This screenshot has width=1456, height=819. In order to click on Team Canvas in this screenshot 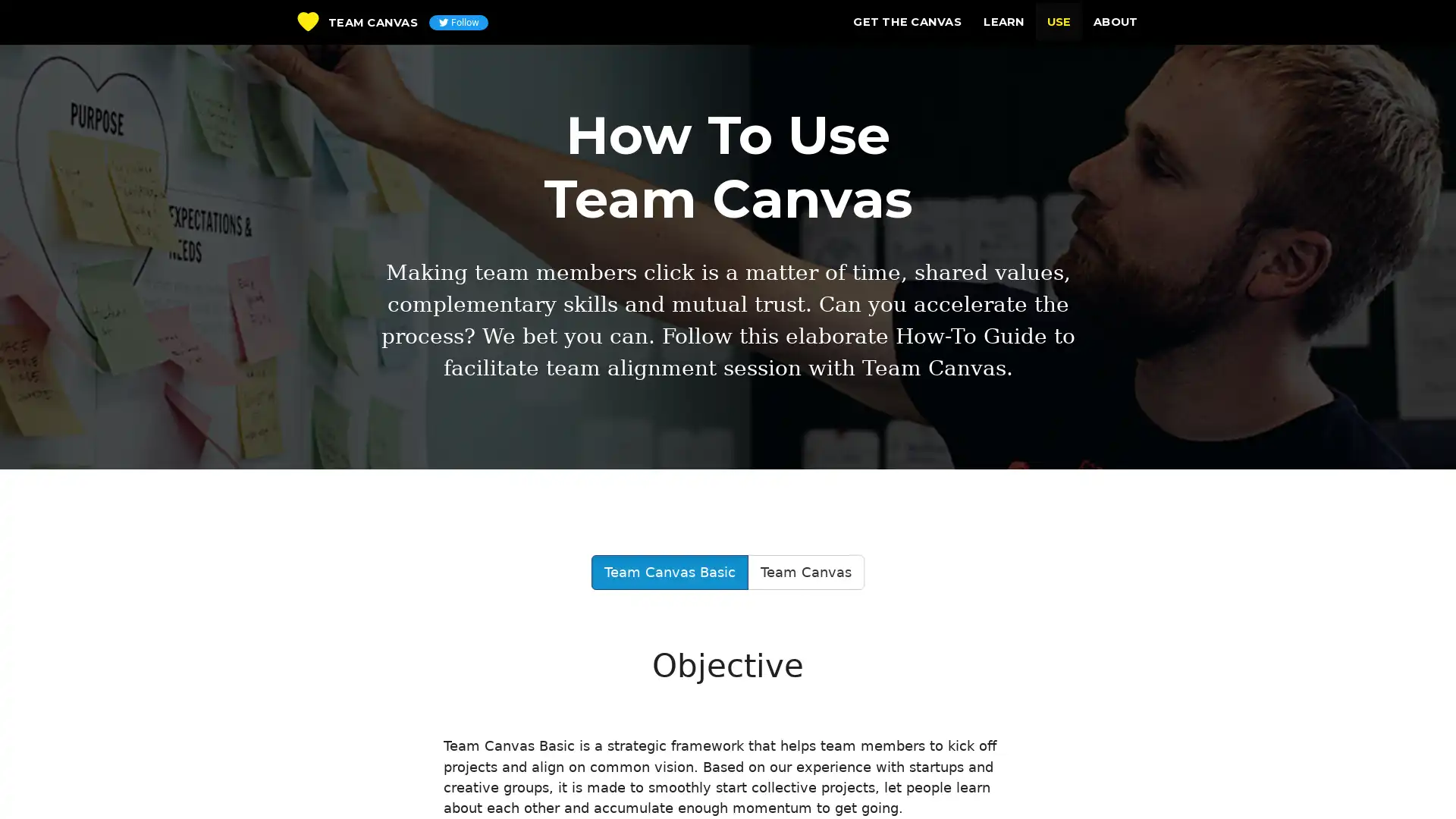, I will do `click(805, 573)`.